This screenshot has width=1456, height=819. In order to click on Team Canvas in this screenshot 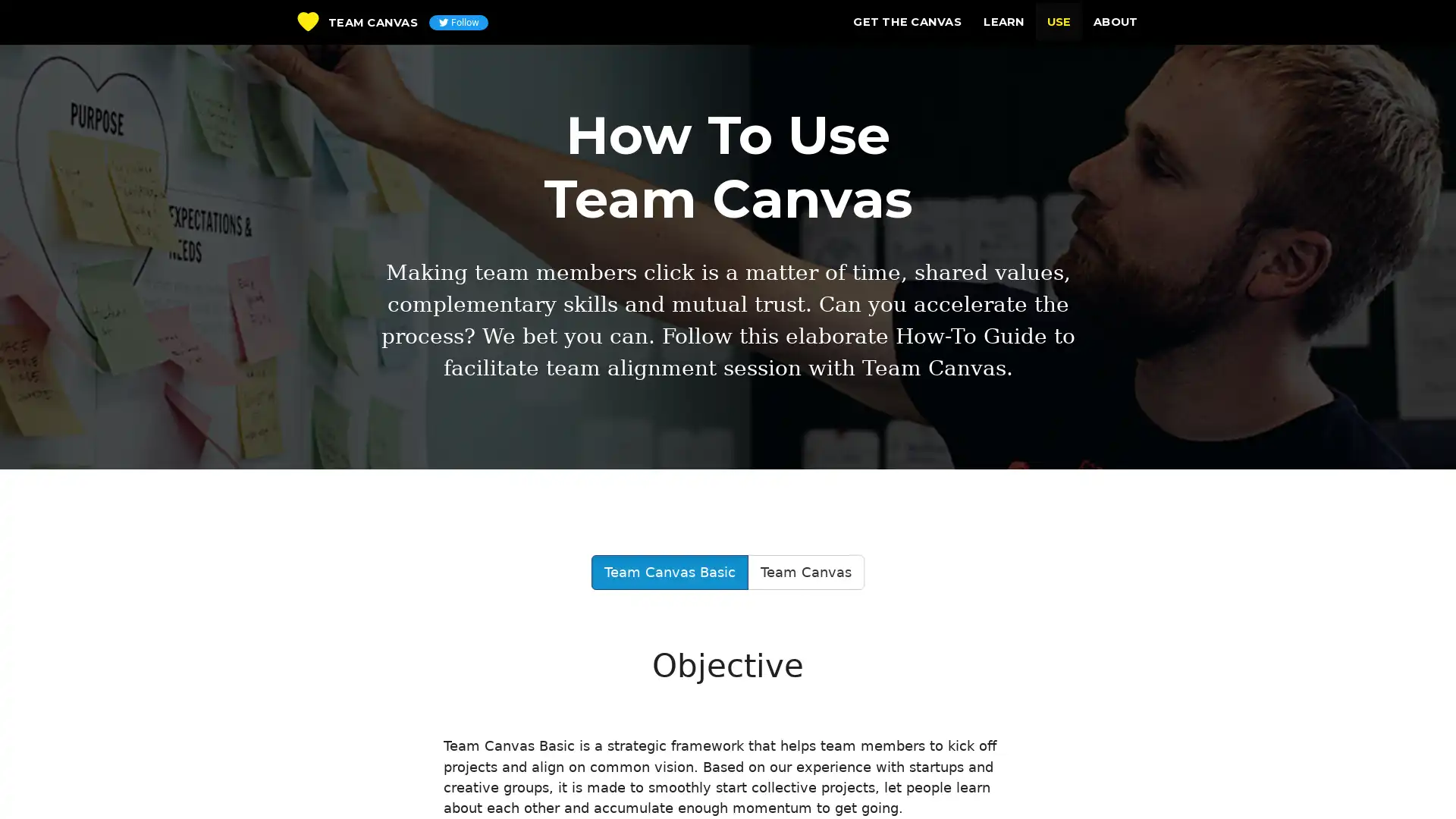, I will do `click(805, 573)`.